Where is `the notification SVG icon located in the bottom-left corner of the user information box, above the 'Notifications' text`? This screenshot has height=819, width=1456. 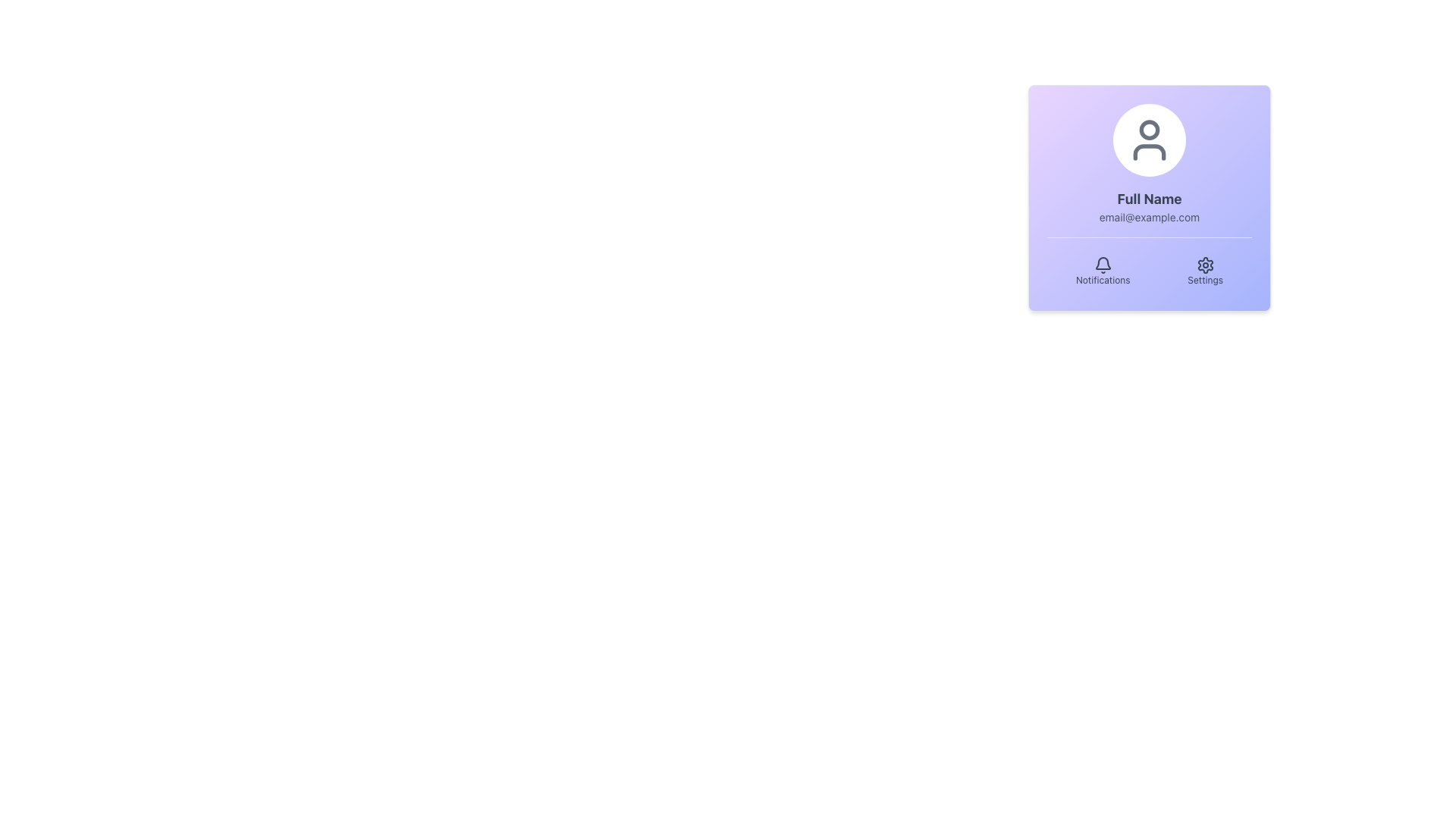
the notification SVG icon located in the bottom-left corner of the user information box, above the 'Notifications' text is located at coordinates (1103, 265).